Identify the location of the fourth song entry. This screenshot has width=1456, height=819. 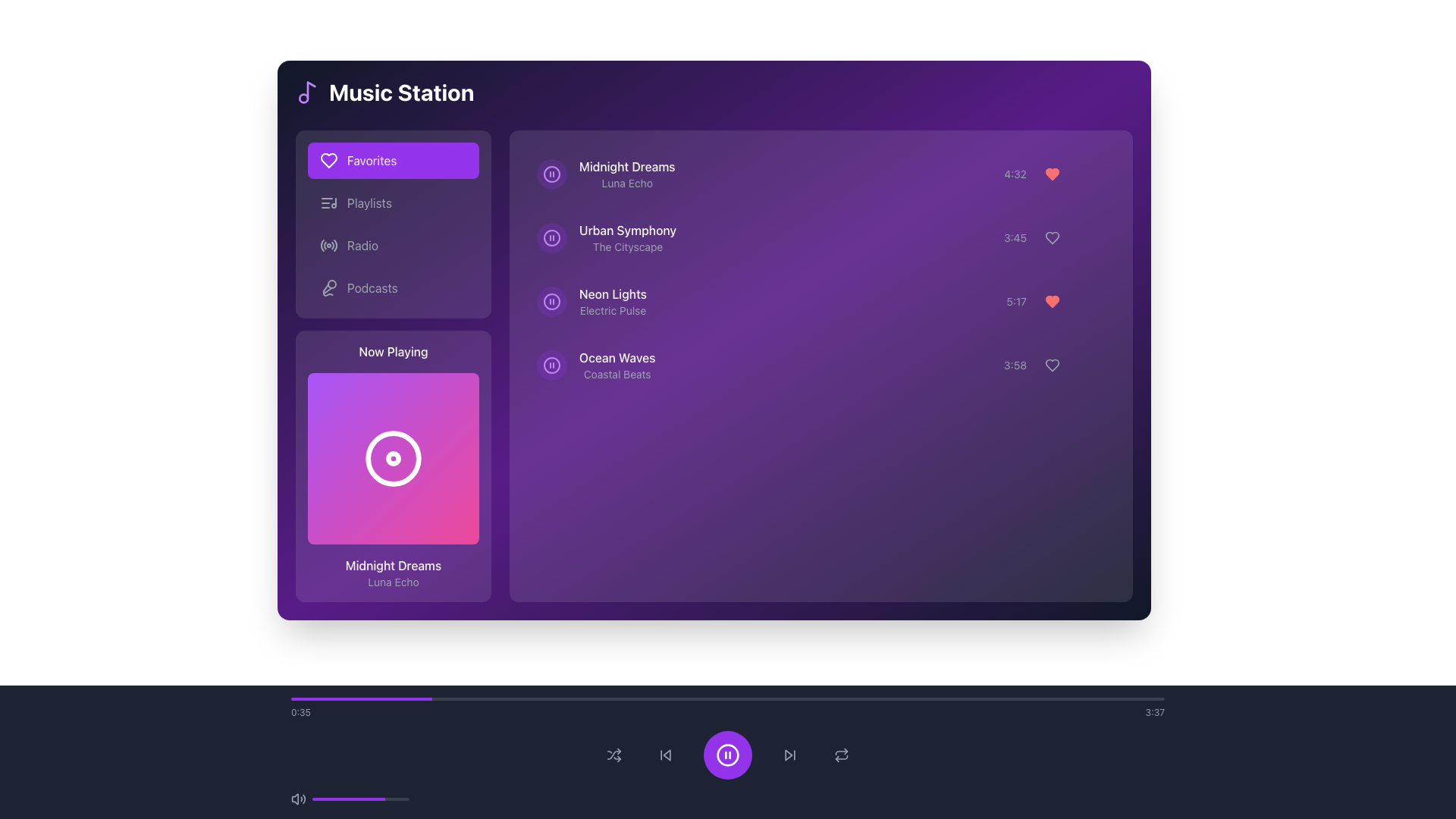
(617, 366).